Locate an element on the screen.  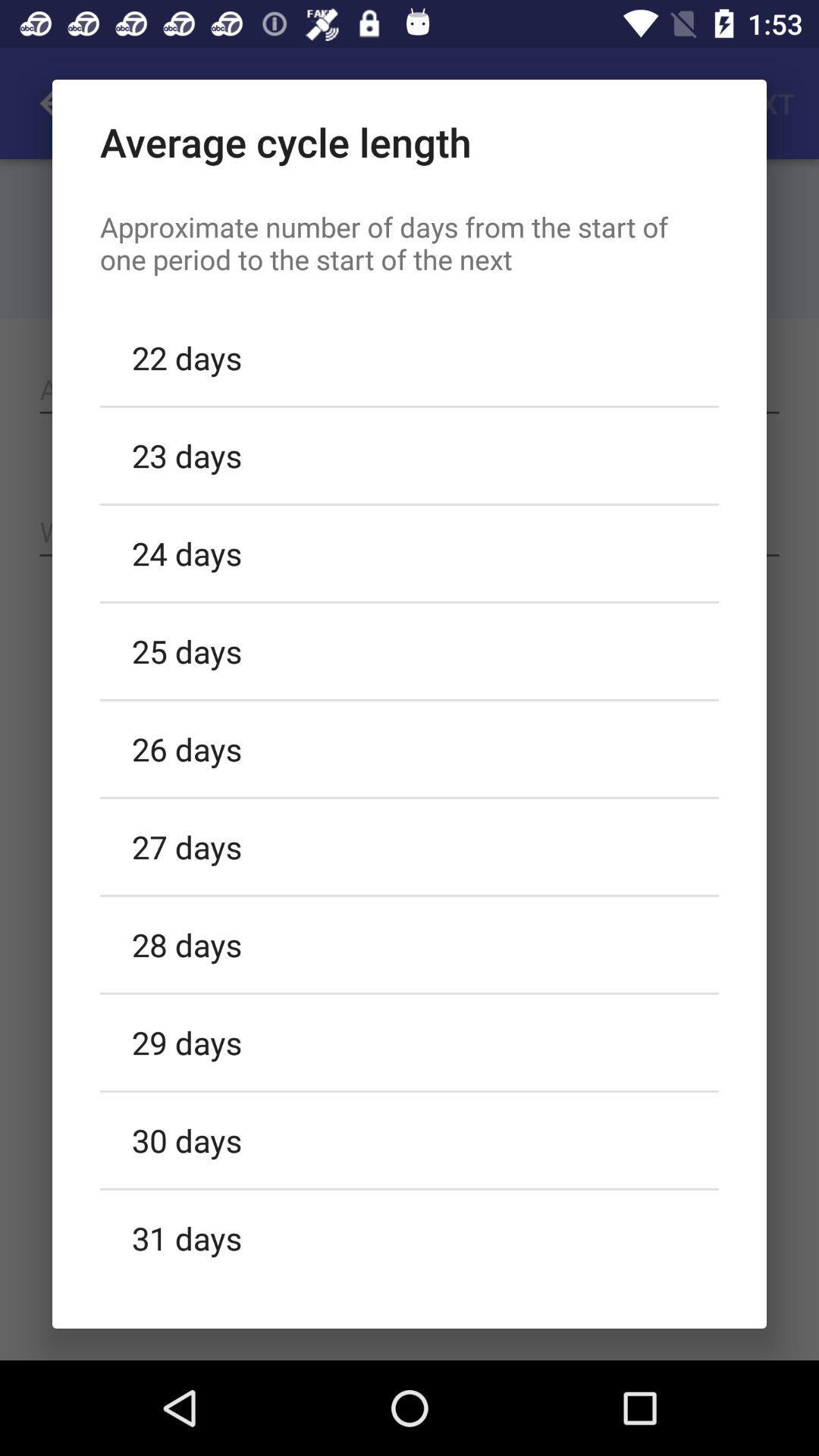
the item below the 24 days item is located at coordinates (409, 651).